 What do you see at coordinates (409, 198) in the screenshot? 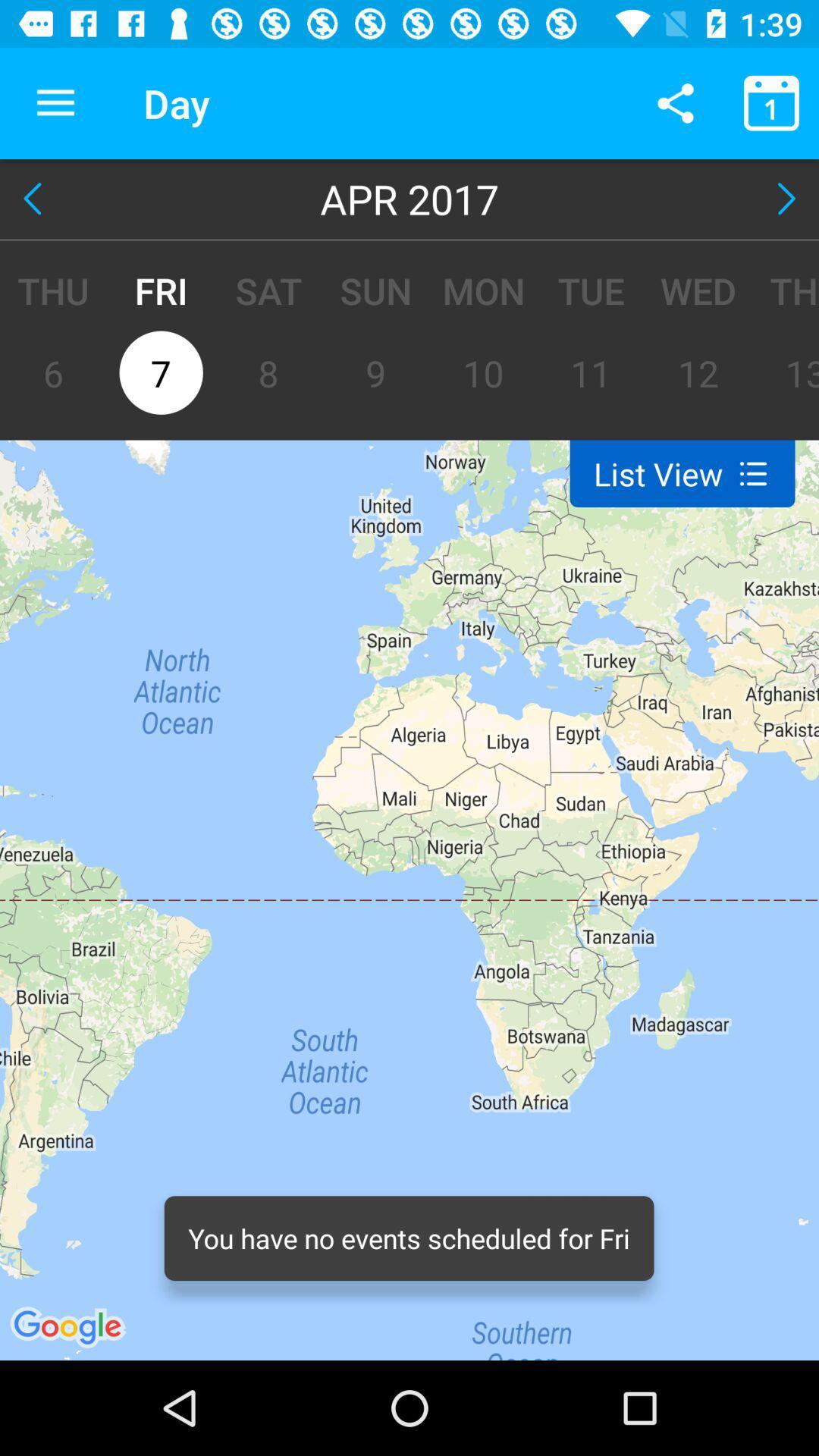
I see `apr 2017 item` at bounding box center [409, 198].